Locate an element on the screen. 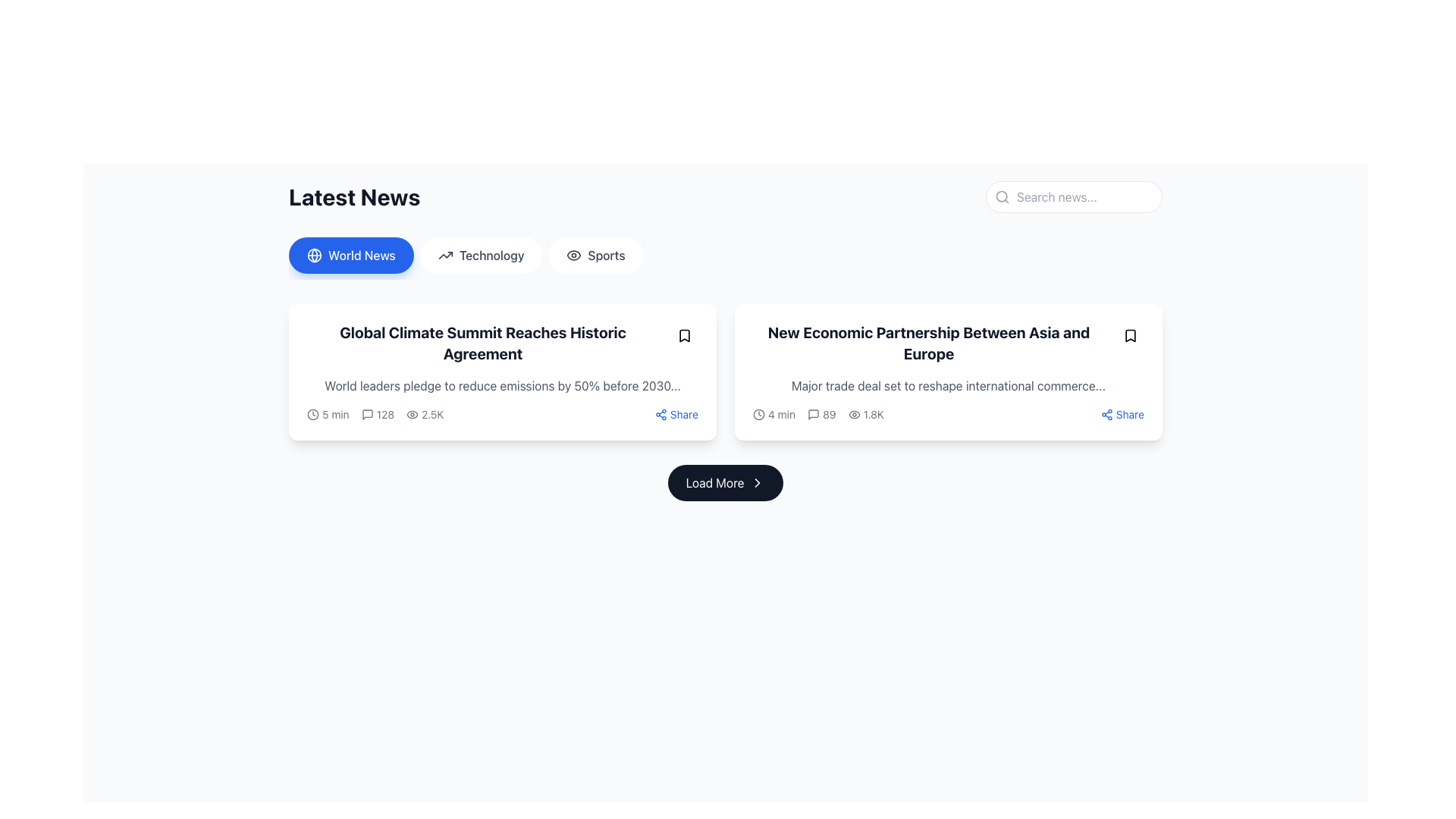  the static text display that provides a summary for the news article titled 'New Economic Partnership Between Asia and Europe', located within the right card below the heading is located at coordinates (948, 385).